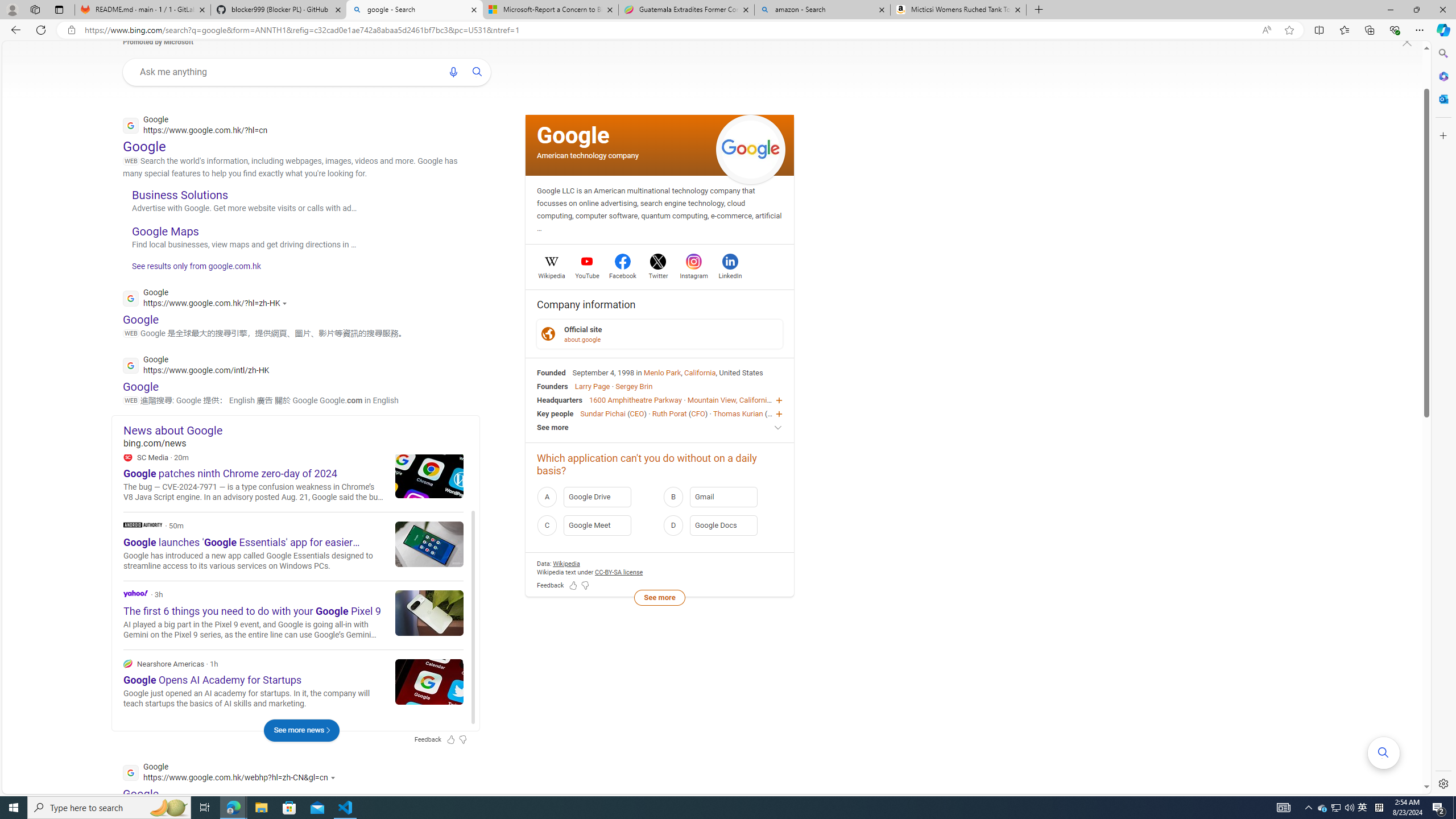  Describe the element at coordinates (585, 586) in the screenshot. I see `'Feedback Dislike'` at that location.